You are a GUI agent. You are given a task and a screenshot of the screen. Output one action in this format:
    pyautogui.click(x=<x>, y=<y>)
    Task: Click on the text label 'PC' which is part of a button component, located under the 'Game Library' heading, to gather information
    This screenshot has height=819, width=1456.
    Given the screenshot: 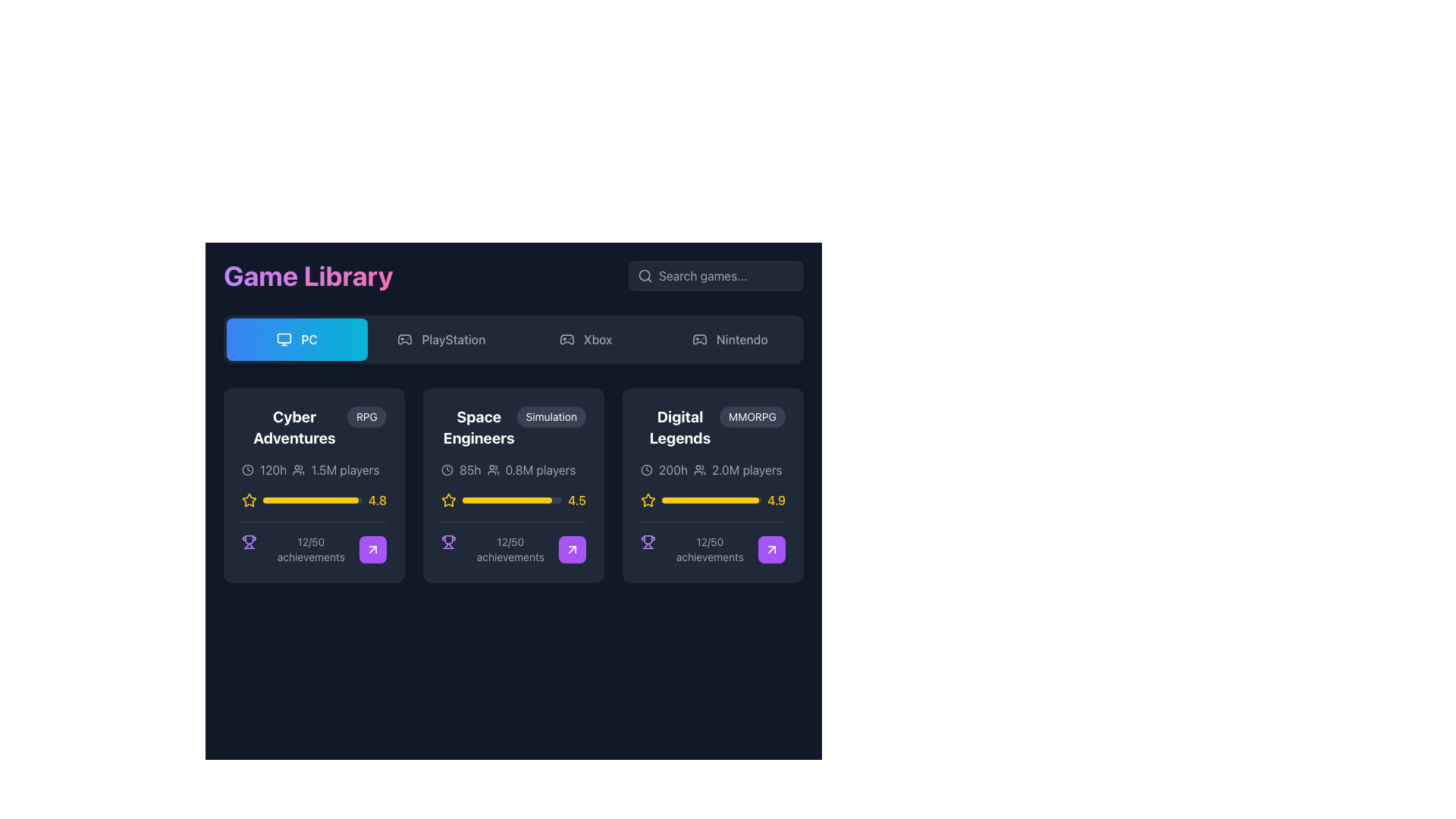 What is the action you would take?
    pyautogui.click(x=309, y=338)
    